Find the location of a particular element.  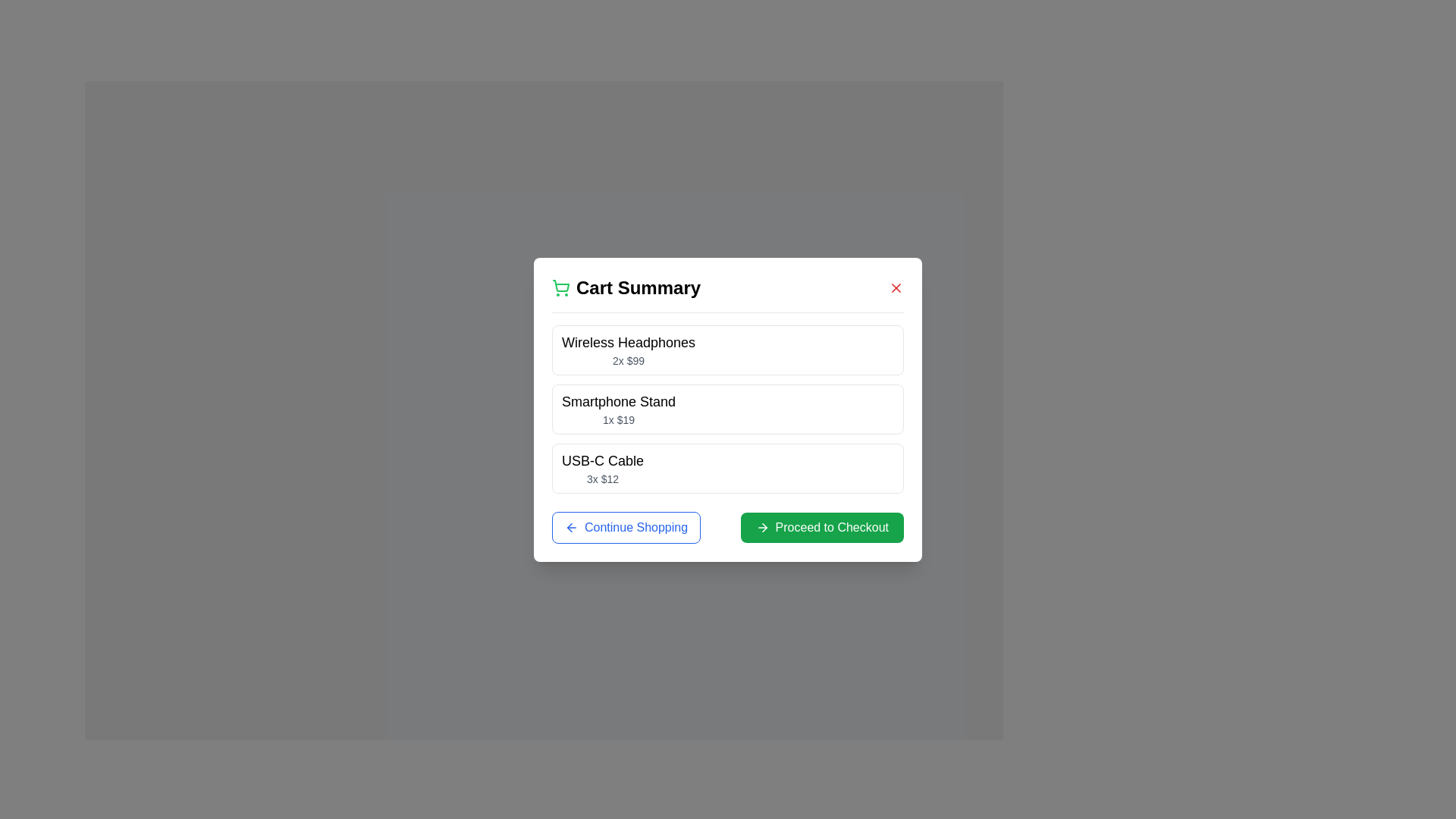

the List component that displays the contents of the shopping cart located in the 'Cart Summary' card is located at coordinates (728, 408).